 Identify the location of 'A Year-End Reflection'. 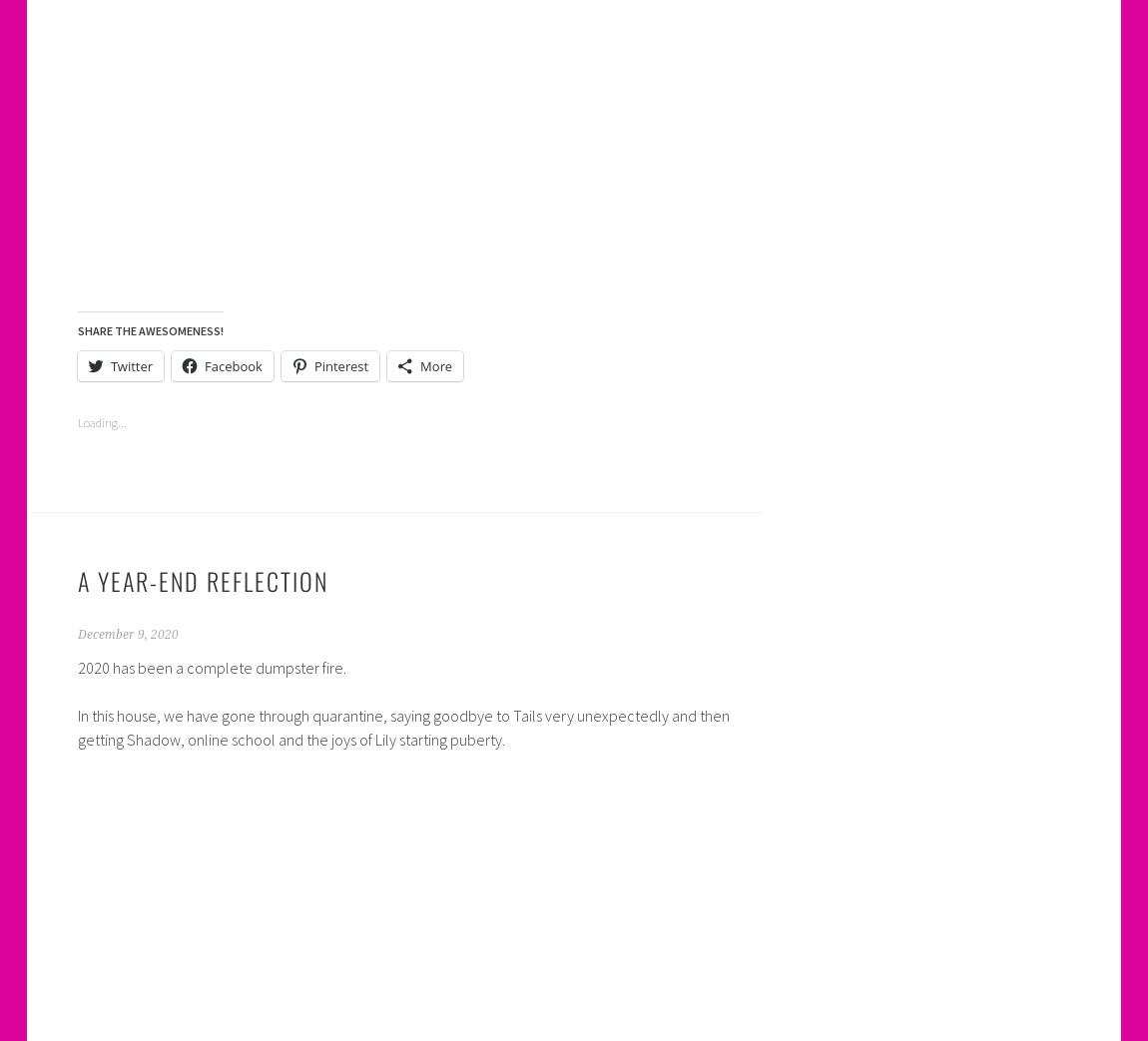
(201, 579).